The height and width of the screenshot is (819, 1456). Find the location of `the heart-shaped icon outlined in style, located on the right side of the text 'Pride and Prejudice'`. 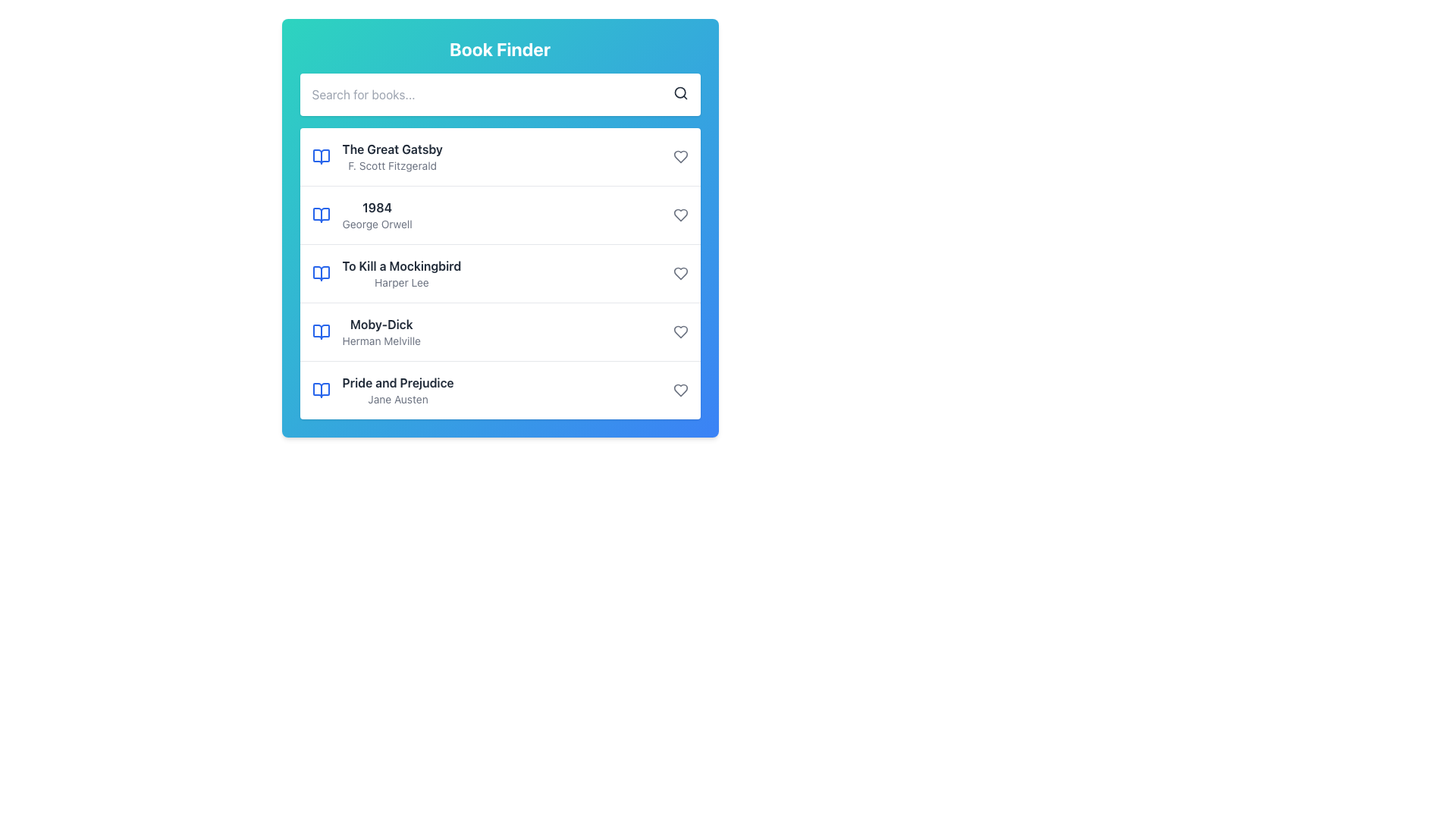

the heart-shaped icon outlined in style, located on the right side of the text 'Pride and Prejudice' is located at coordinates (679, 390).